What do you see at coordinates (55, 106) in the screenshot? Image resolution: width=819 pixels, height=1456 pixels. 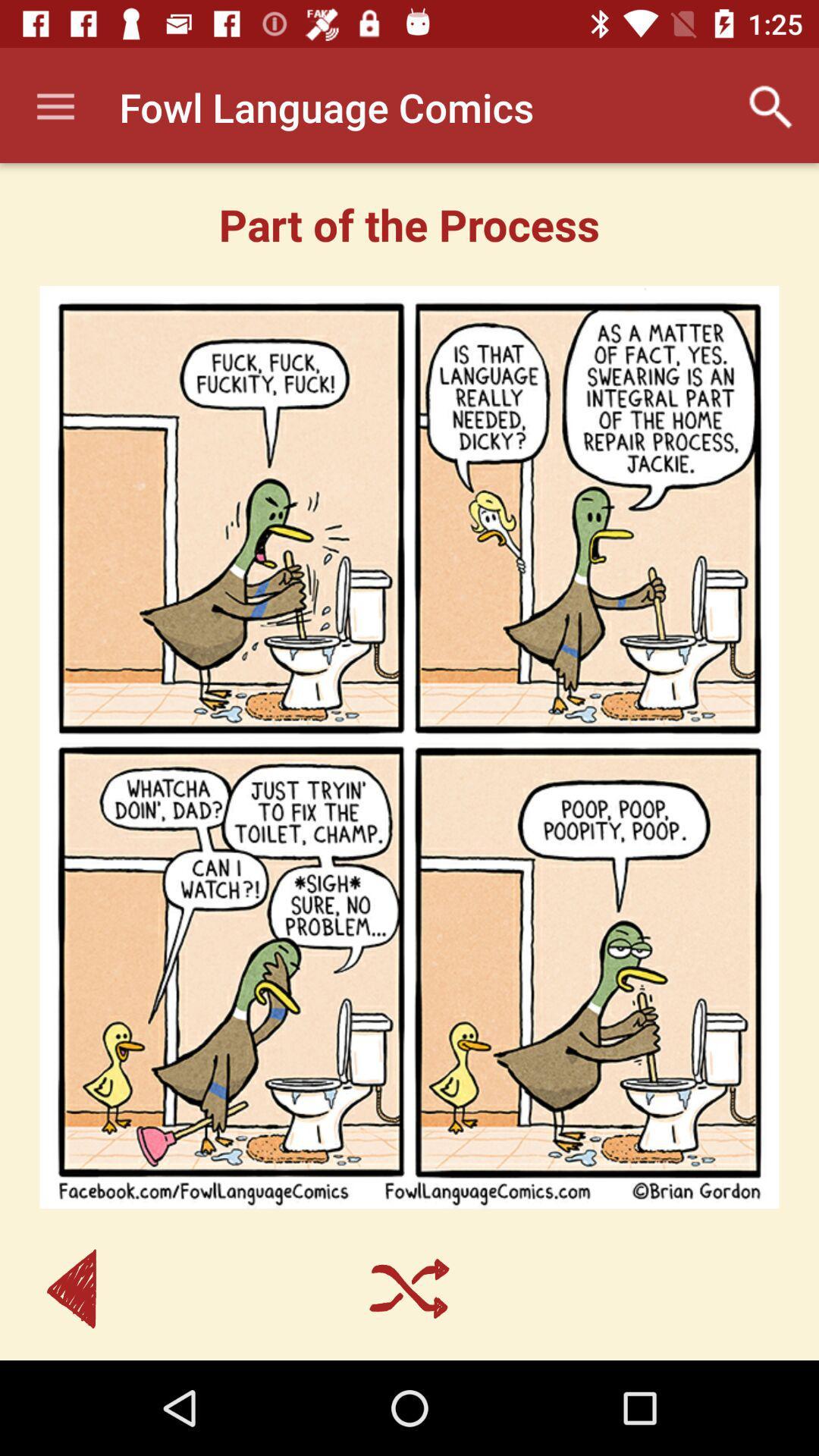 I see `icon at the top left corner` at bounding box center [55, 106].